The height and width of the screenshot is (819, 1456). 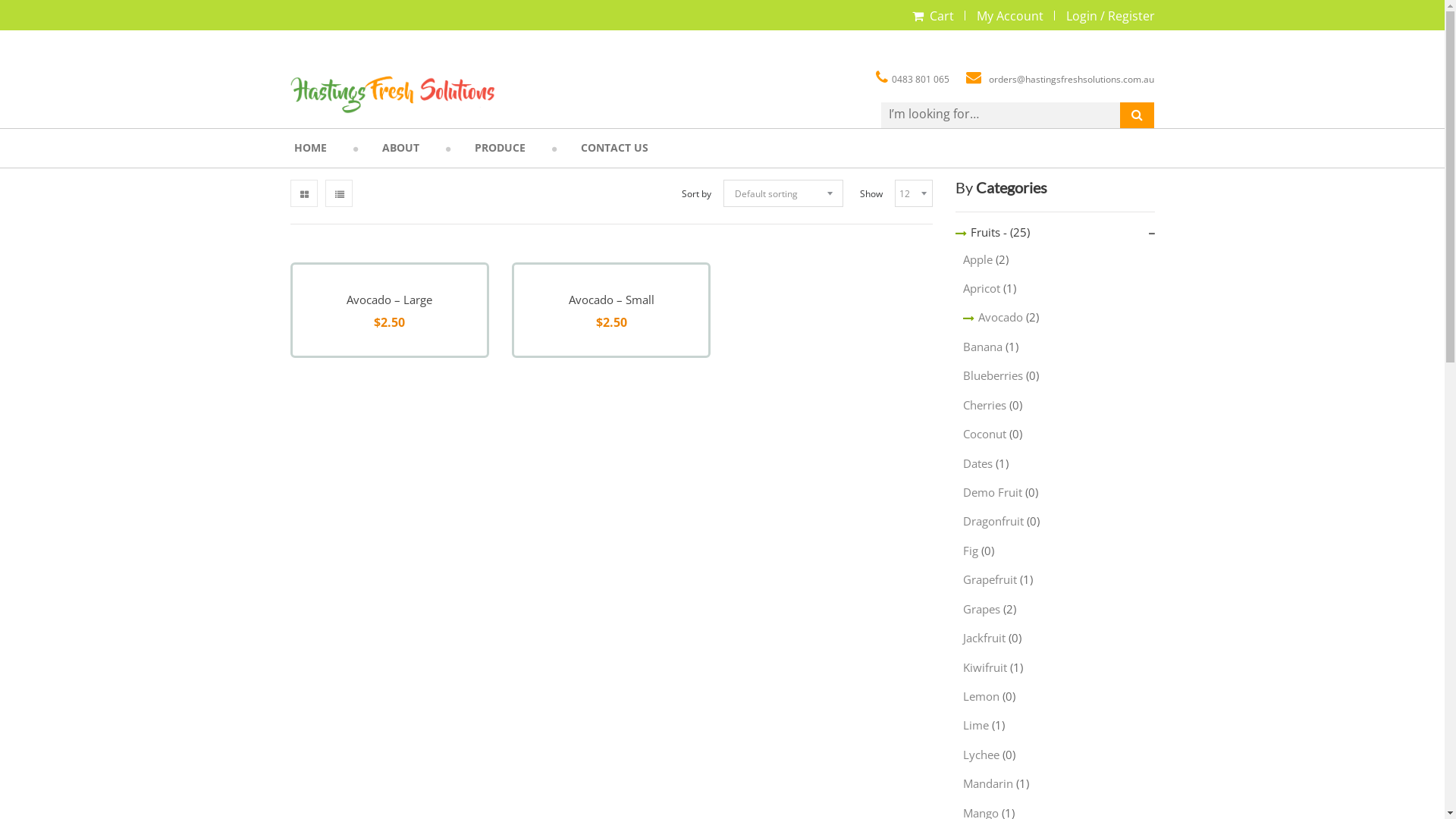 What do you see at coordinates (962, 375) in the screenshot?
I see `'Blueberries'` at bounding box center [962, 375].